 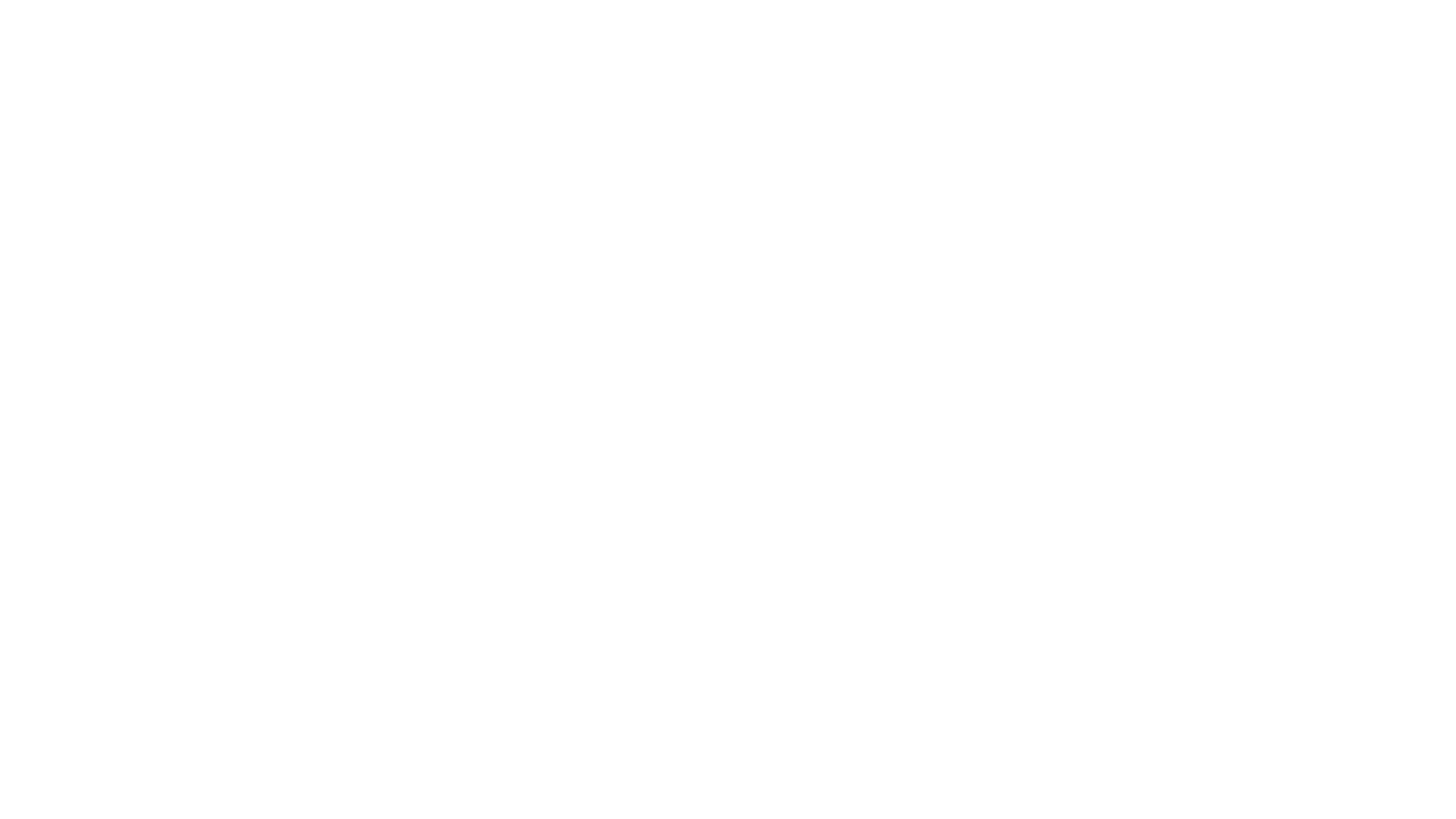 I want to click on Expand Education, so click(x=169, y=717).